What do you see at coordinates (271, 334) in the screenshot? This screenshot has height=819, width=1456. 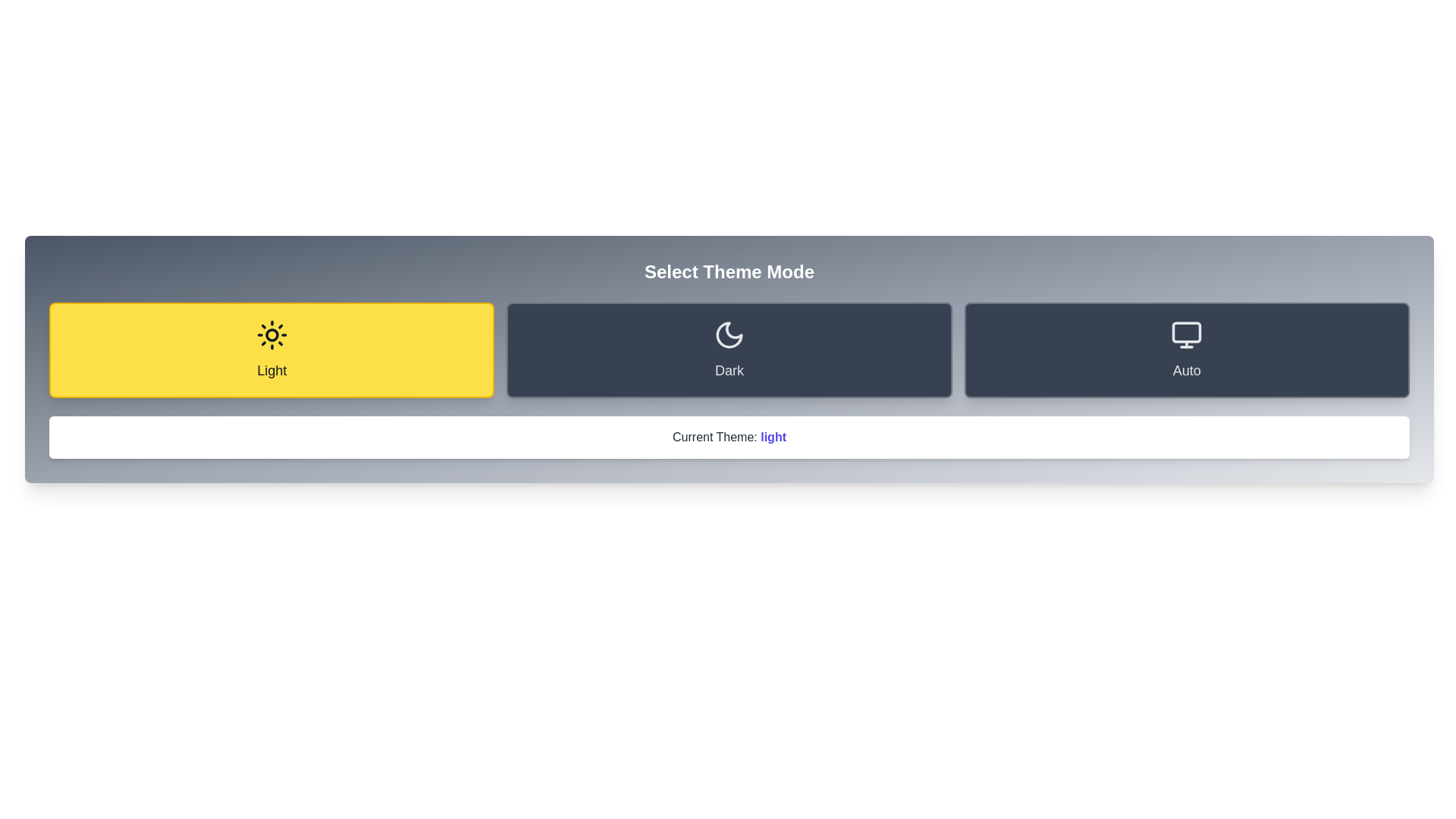 I see `the filled circle at the center of the sun icon within the 'Light' button, which is part of a light/dark theme selection interface` at bounding box center [271, 334].